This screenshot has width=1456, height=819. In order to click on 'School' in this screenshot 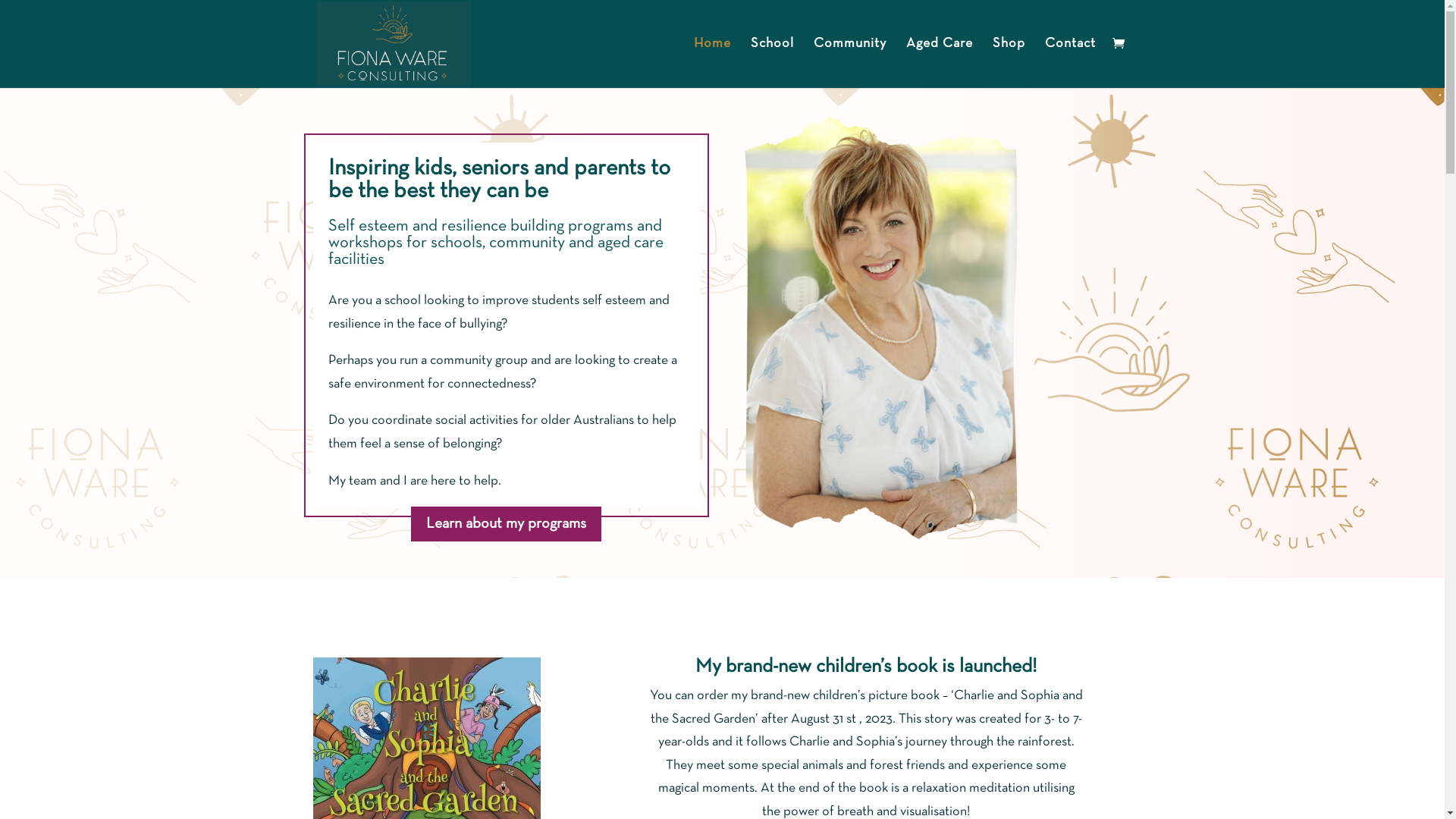, I will do `click(772, 62)`.